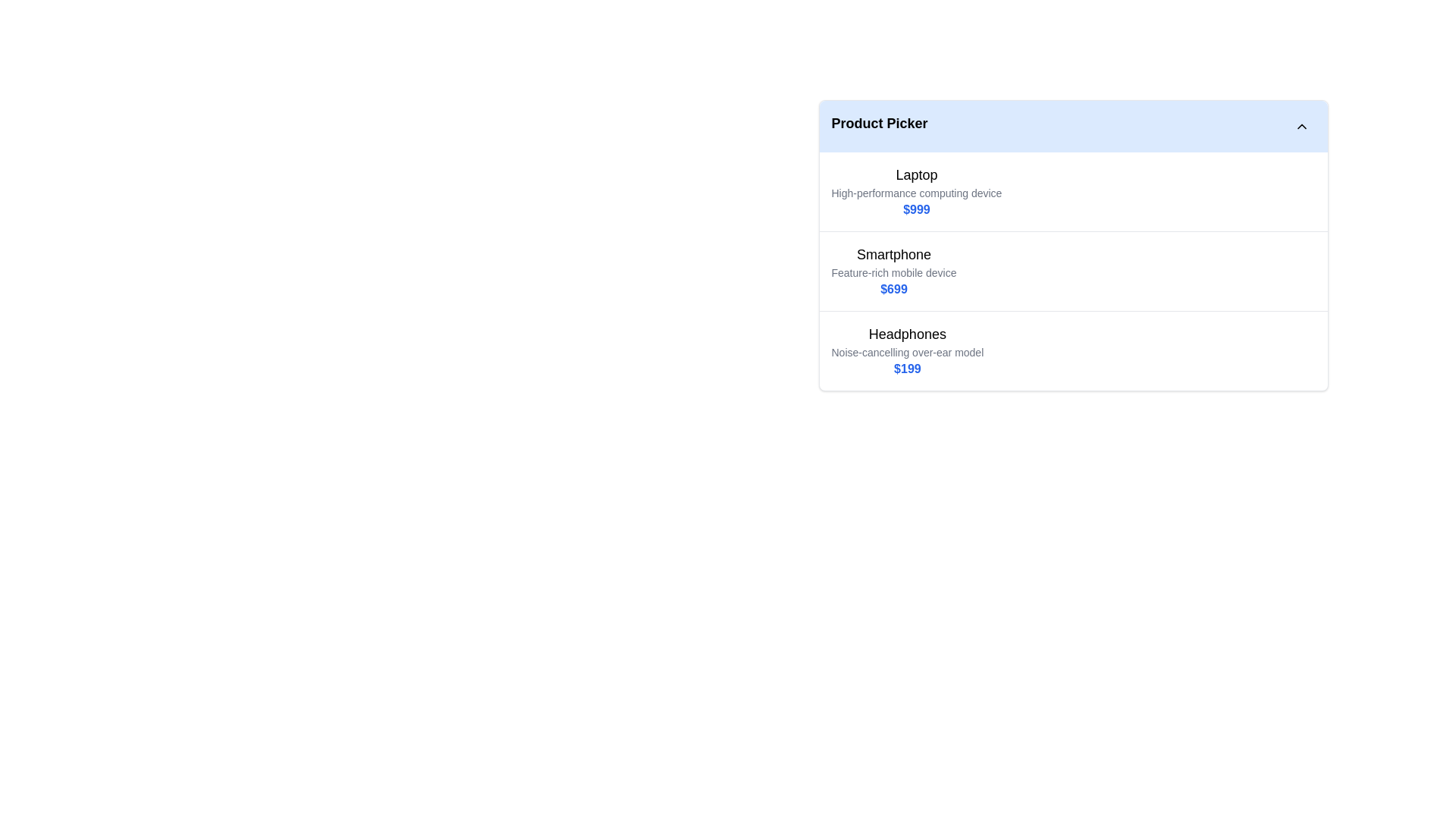  What do you see at coordinates (907, 350) in the screenshot?
I see `product details displayed in the third text block of the 'Product Picker' selection panel, located between 'Smartphone' and the empty space below` at bounding box center [907, 350].